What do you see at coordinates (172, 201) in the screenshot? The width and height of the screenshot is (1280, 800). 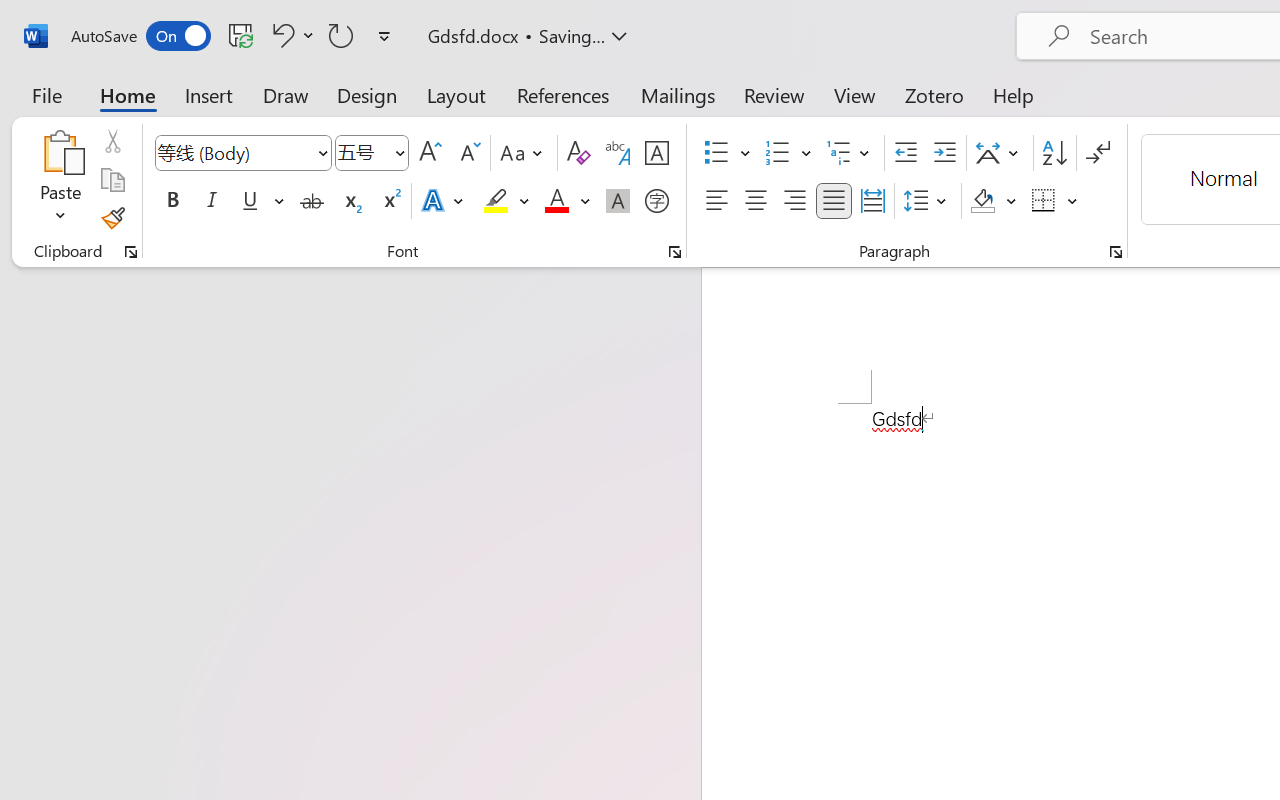 I see `'Bold'` at bounding box center [172, 201].